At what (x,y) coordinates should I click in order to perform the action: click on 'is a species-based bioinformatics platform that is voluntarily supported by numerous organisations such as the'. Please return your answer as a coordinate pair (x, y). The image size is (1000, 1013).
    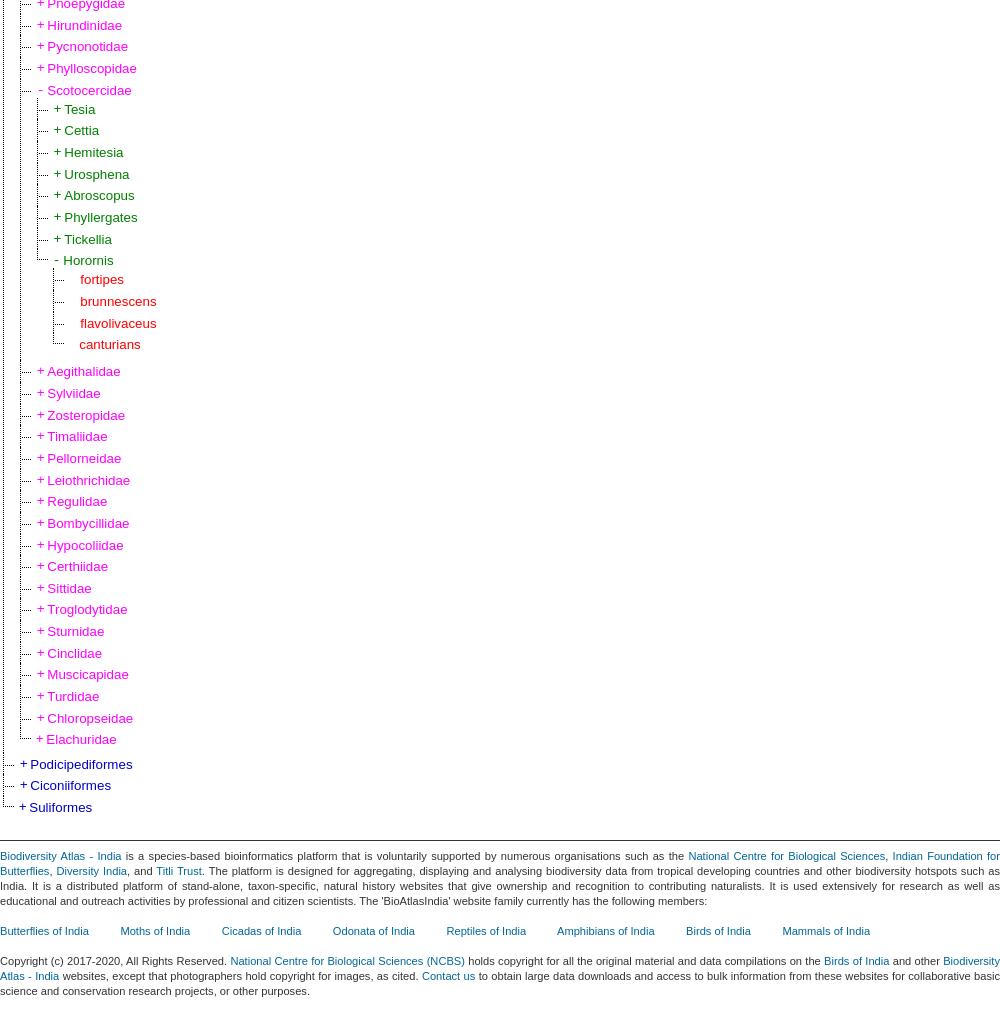
    Looking at the image, I should click on (404, 854).